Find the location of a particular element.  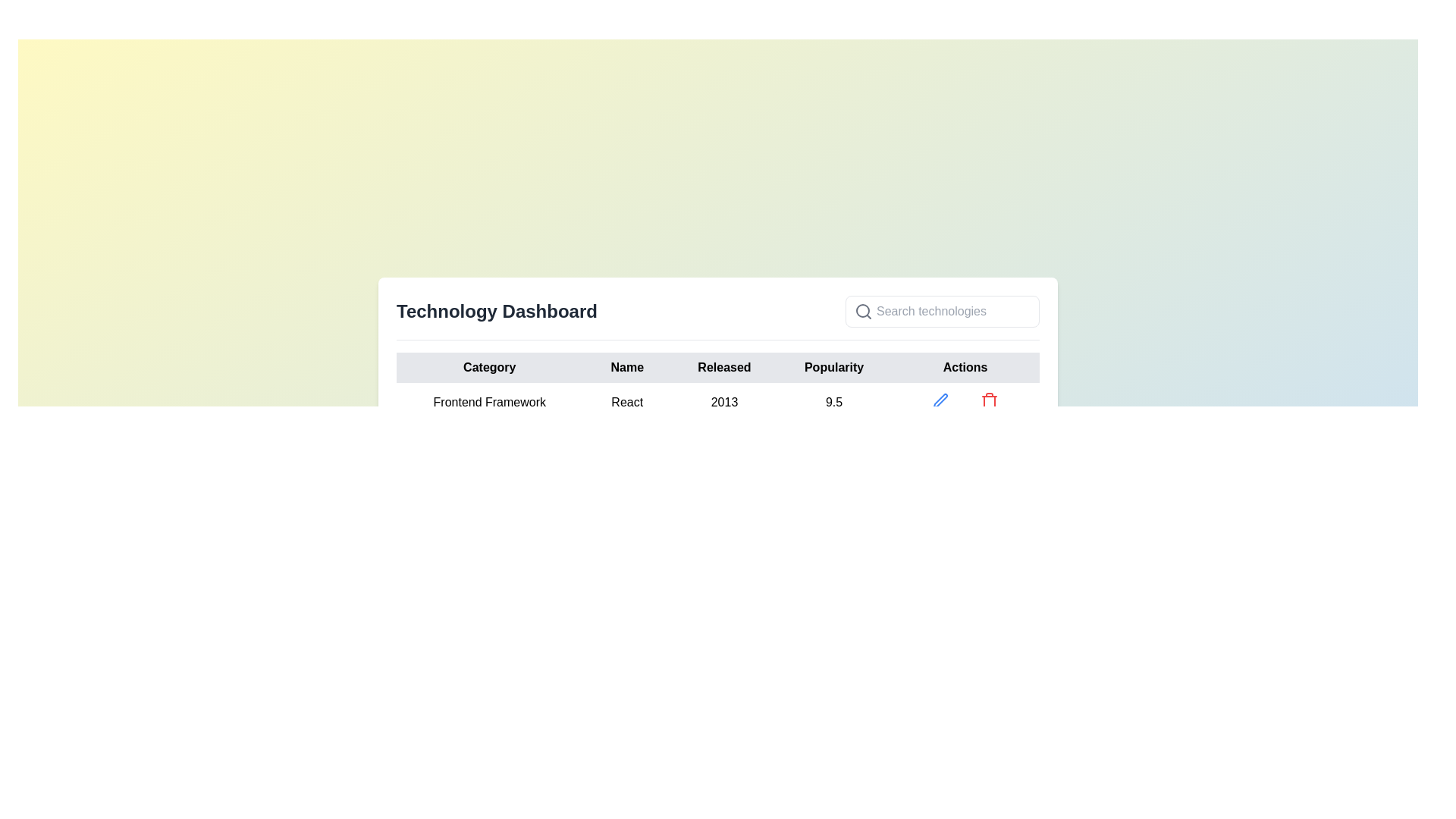

the 'Category' header cell in the top row of the table, which is the leftmost column header among 'Name', 'Released', 'Popularity', and 'Actions' is located at coordinates (489, 368).